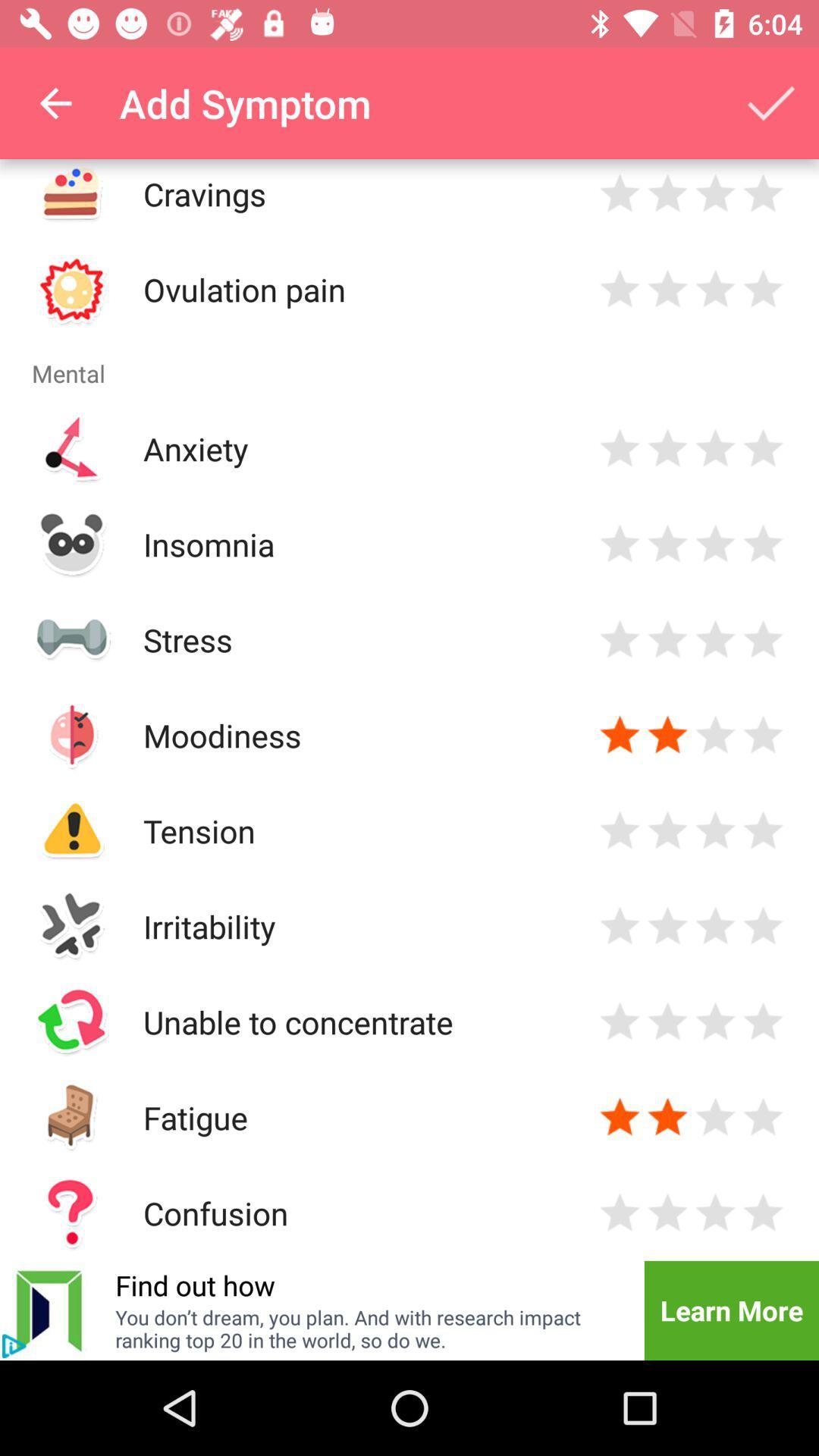 The height and width of the screenshot is (1456, 819). I want to click on choose a middling severity for the symptom anxiety, so click(715, 447).